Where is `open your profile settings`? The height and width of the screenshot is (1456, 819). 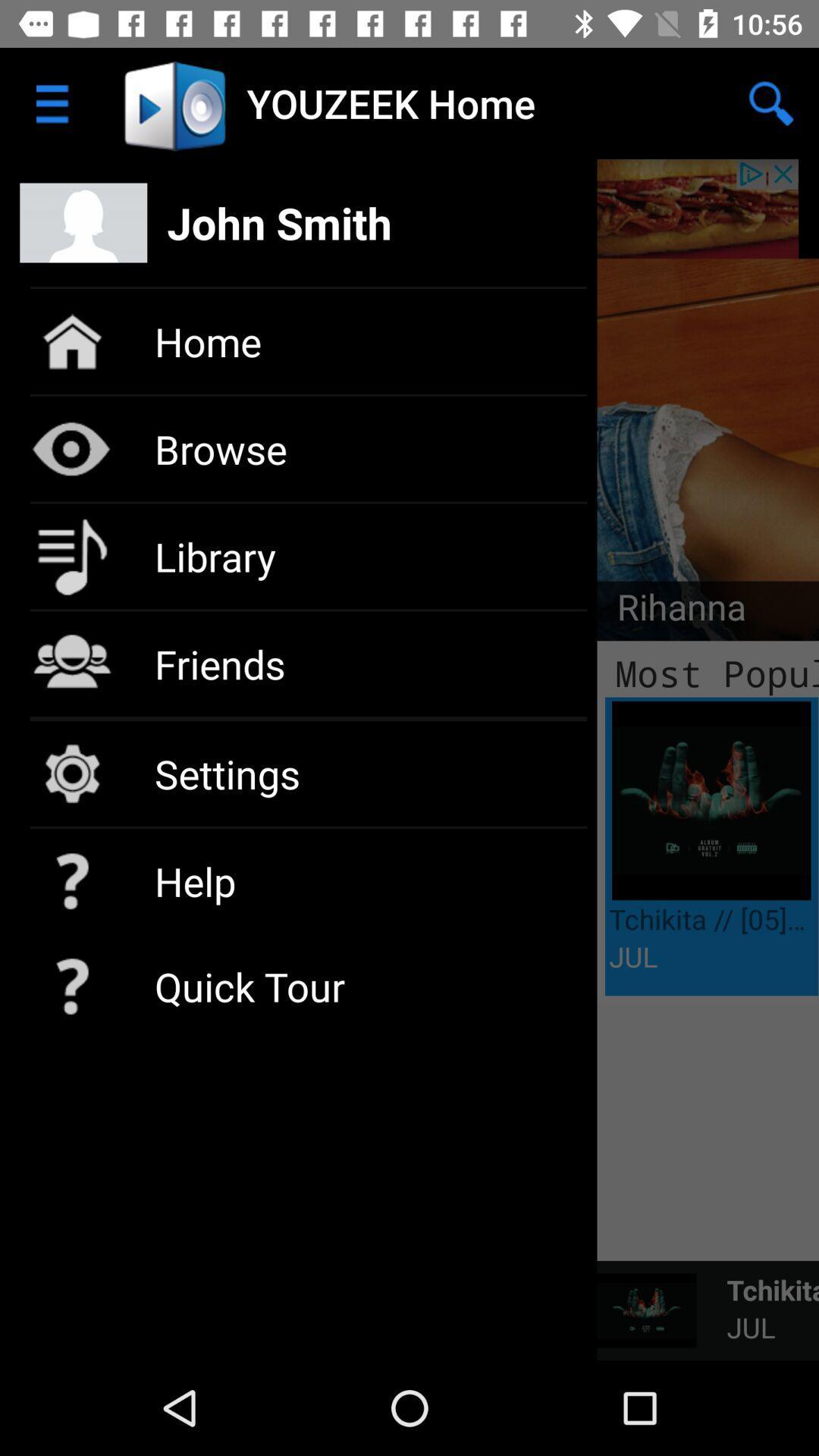 open your profile settings is located at coordinates (409, 208).